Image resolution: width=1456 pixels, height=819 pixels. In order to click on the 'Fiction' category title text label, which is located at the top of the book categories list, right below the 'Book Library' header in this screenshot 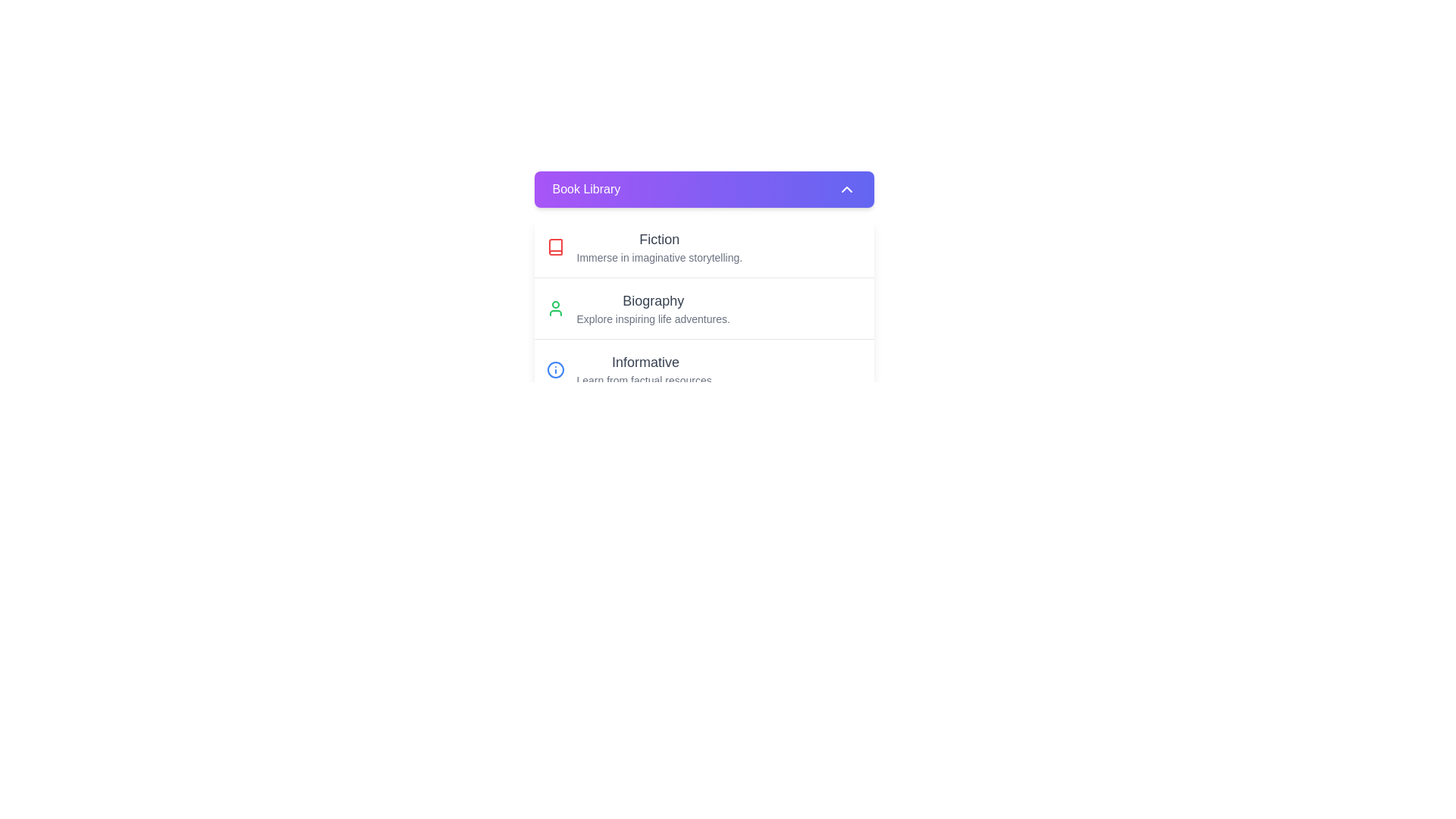, I will do `click(659, 239)`.